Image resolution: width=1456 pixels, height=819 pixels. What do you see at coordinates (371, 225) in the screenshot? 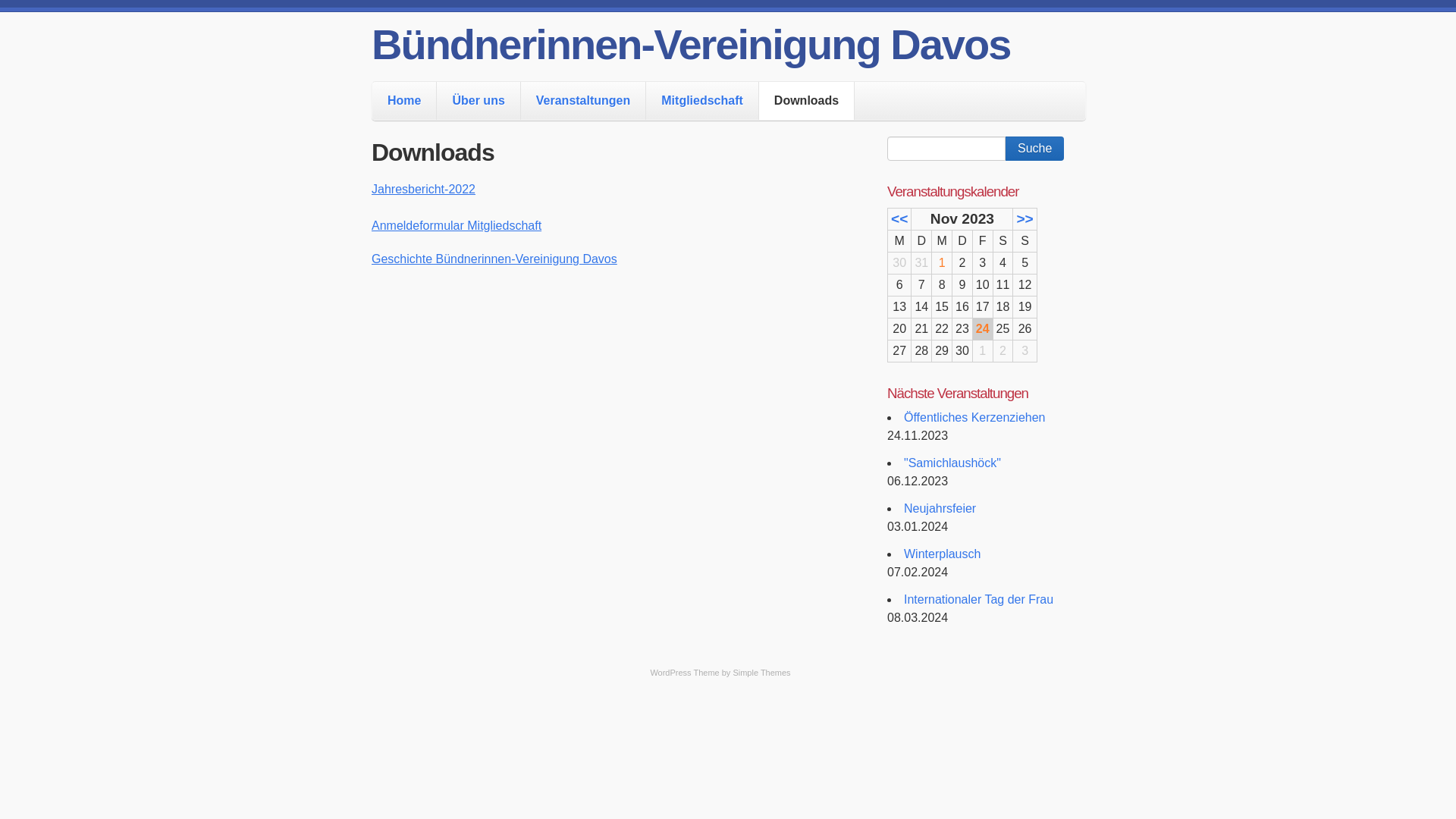
I see `'Anmeldeformular Mitgliedschaft'` at bounding box center [371, 225].